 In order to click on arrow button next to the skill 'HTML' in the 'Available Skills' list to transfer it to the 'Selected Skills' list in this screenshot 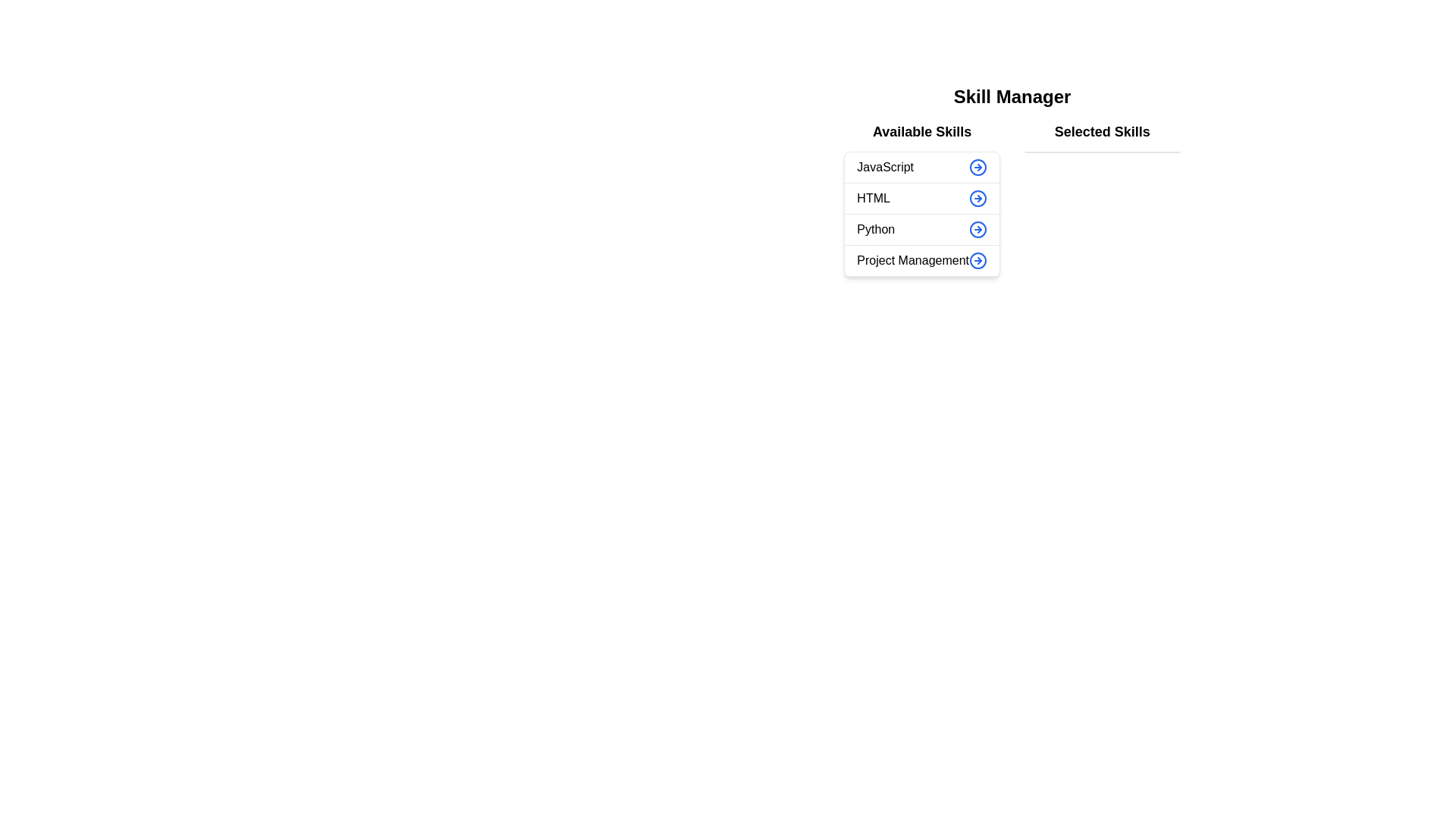, I will do `click(978, 198)`.